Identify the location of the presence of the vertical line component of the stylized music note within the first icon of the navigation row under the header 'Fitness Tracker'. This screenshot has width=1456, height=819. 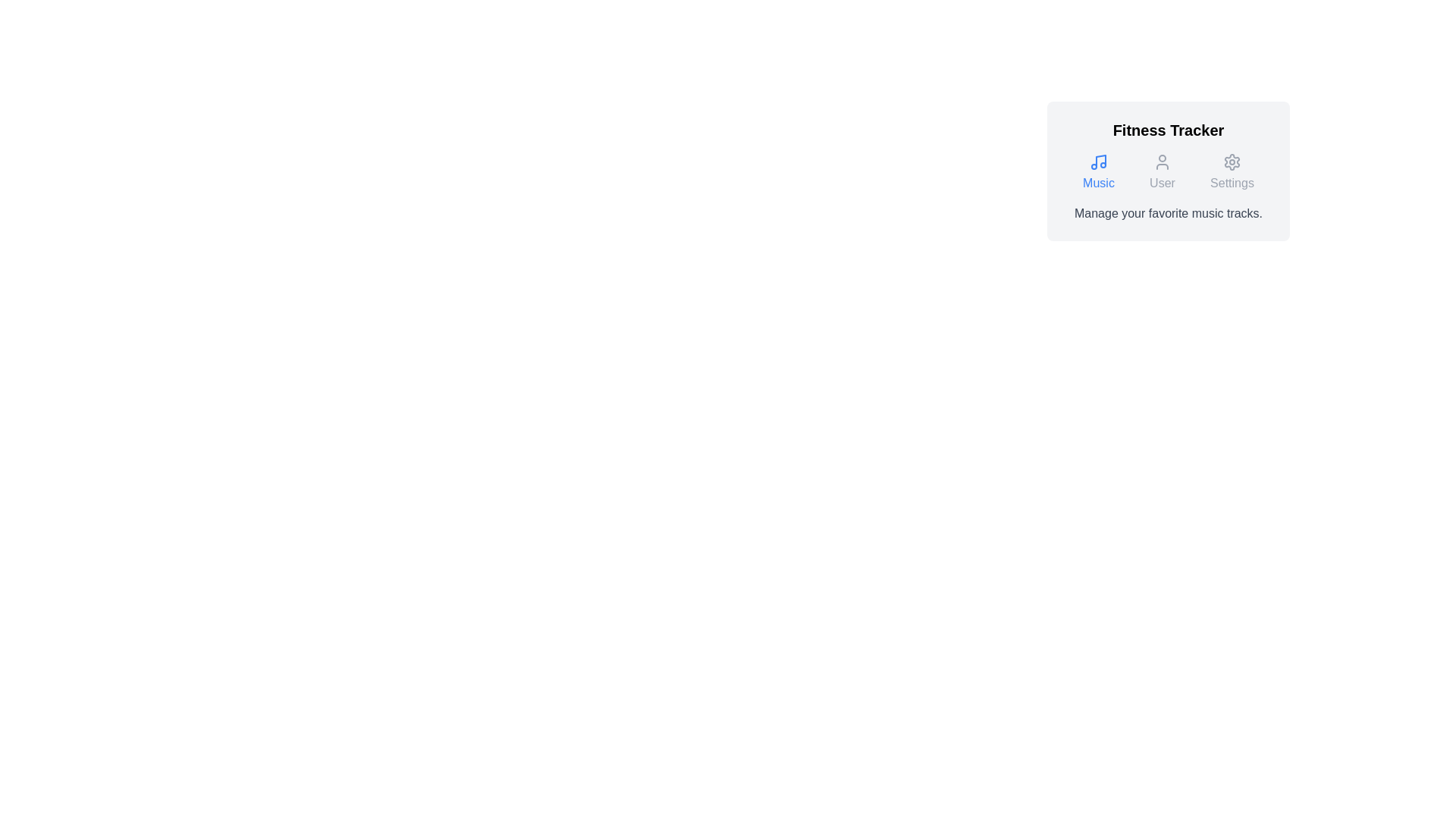
(1100, 161).